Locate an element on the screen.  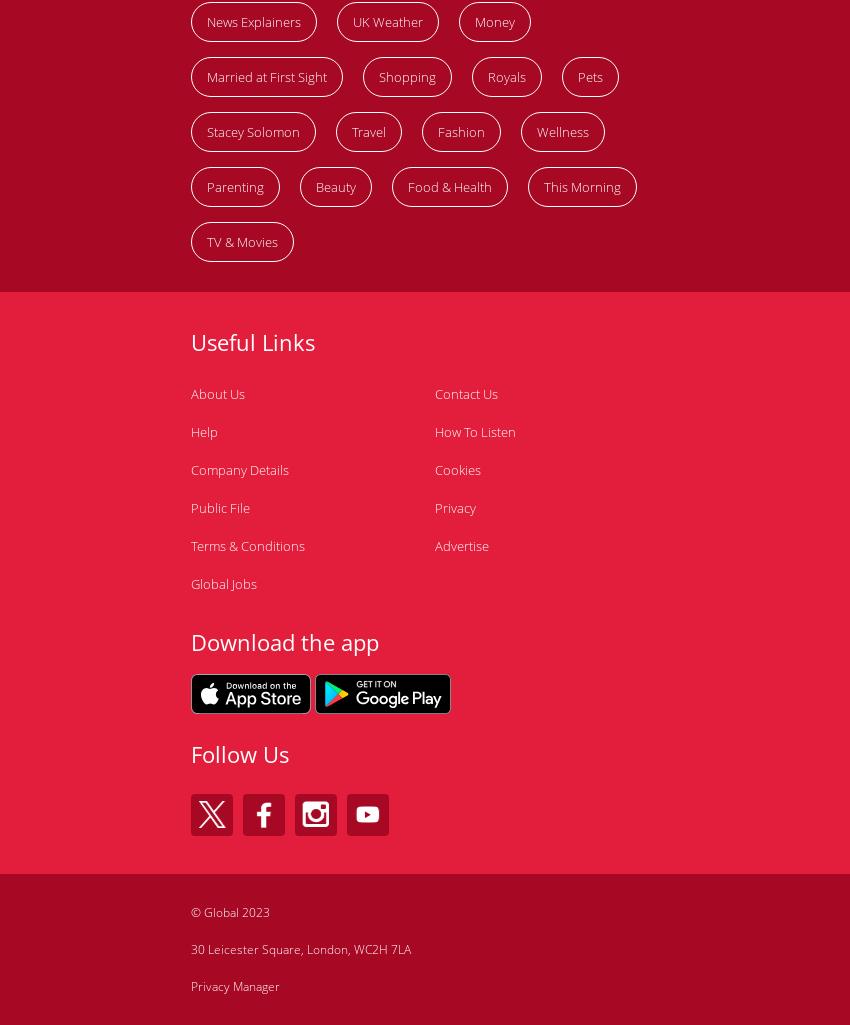
'Public File' is located at coordinates (220, 506).